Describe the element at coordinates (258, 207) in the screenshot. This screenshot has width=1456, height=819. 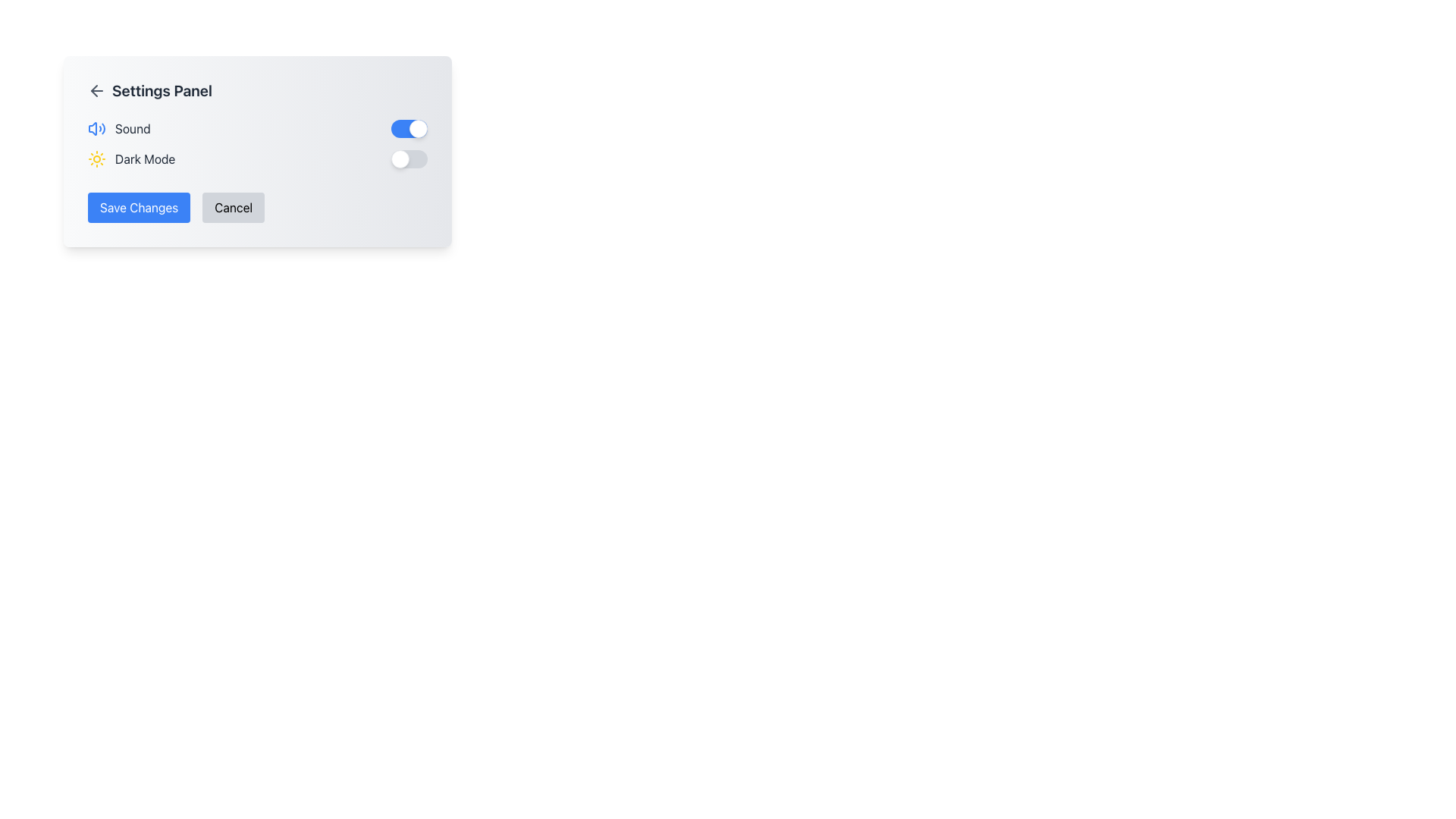
I see `the 'Cancel' button located within the Button group at the bottom of the settings panel` at that location.